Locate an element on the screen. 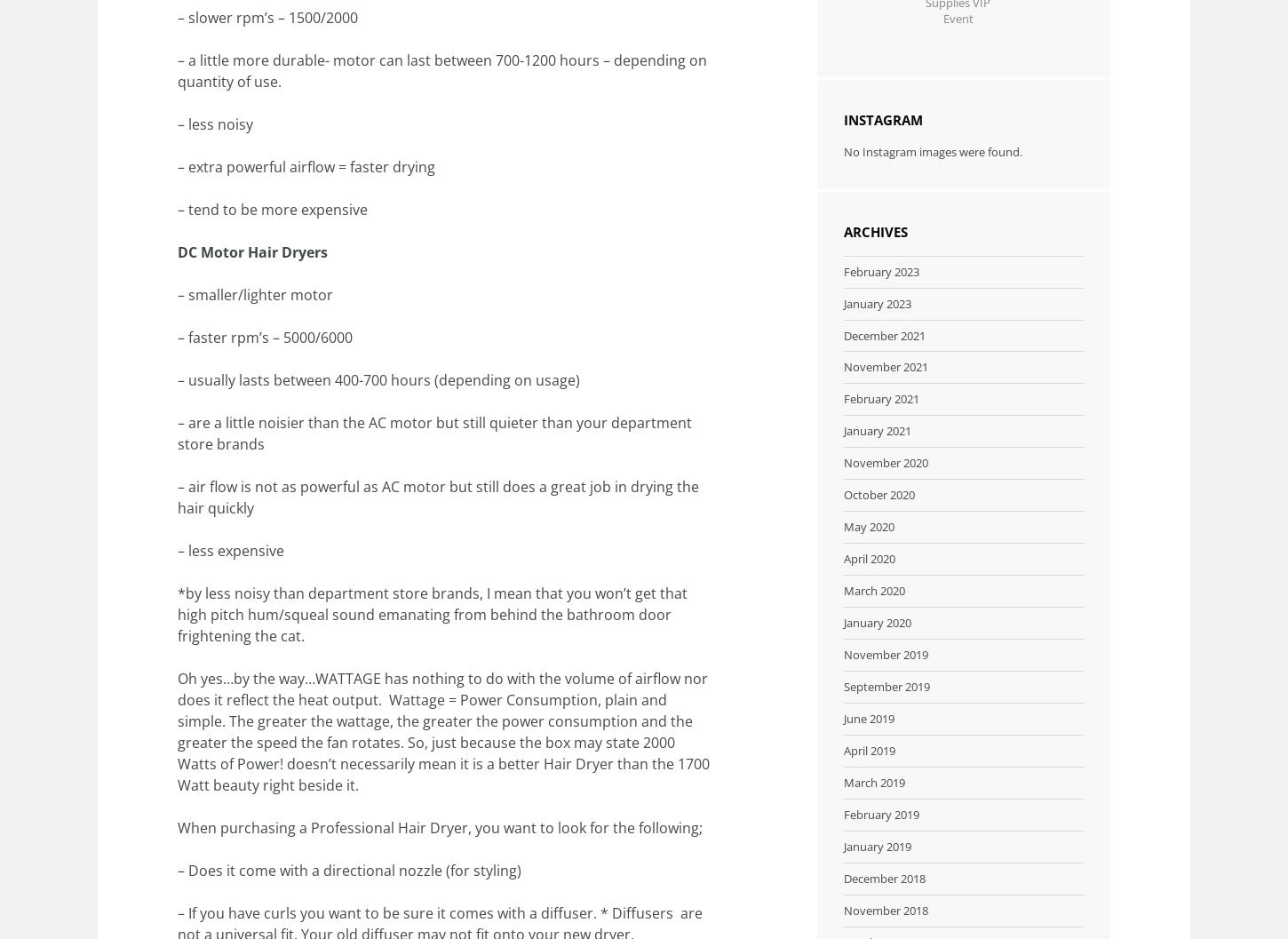 The height and width of the screenshot is (939, 1288). 'November 2019' is located at coordinates (886, 654).